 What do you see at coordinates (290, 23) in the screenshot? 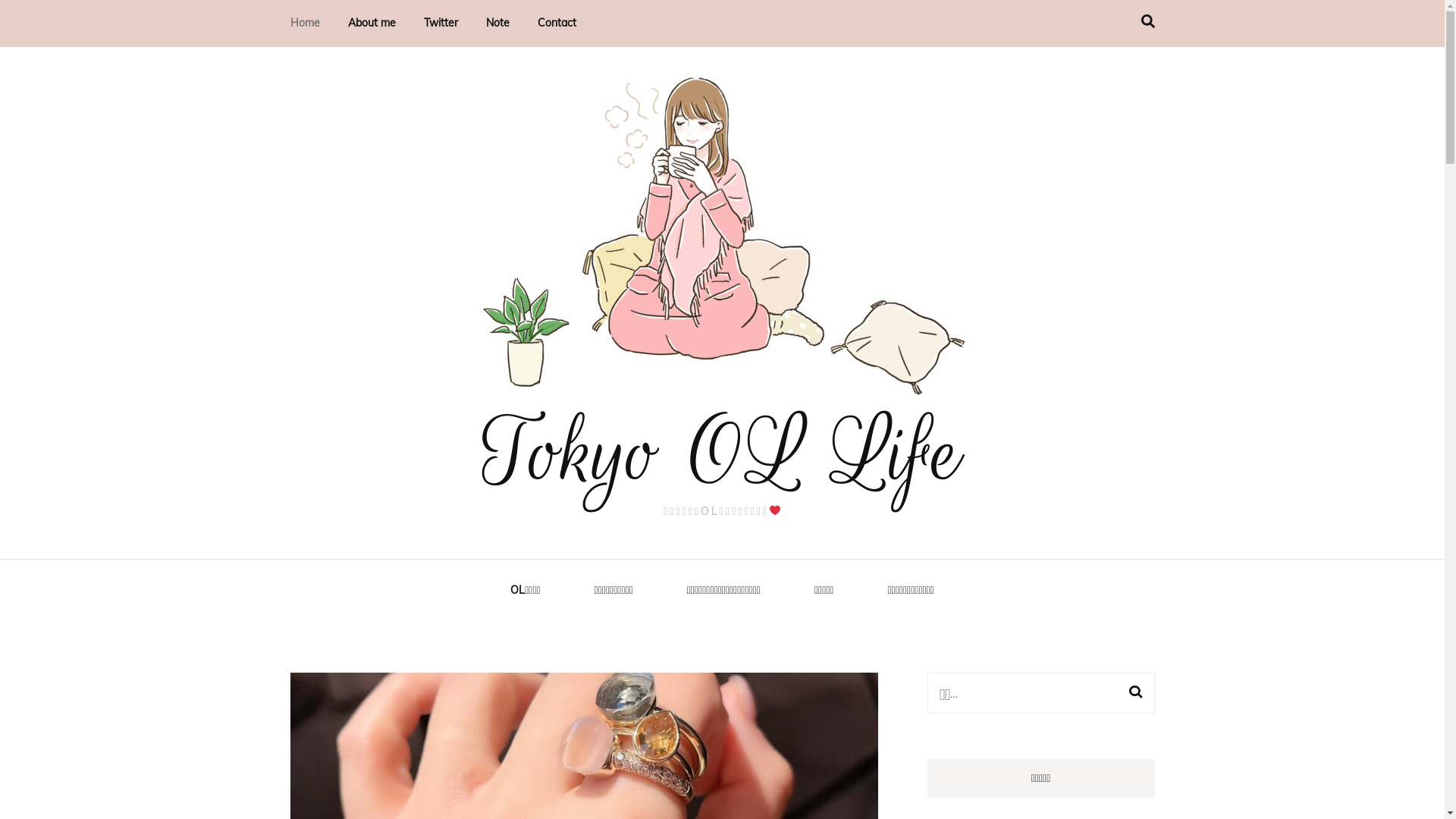
I see `'Home'` at bounding box center [290, 23].